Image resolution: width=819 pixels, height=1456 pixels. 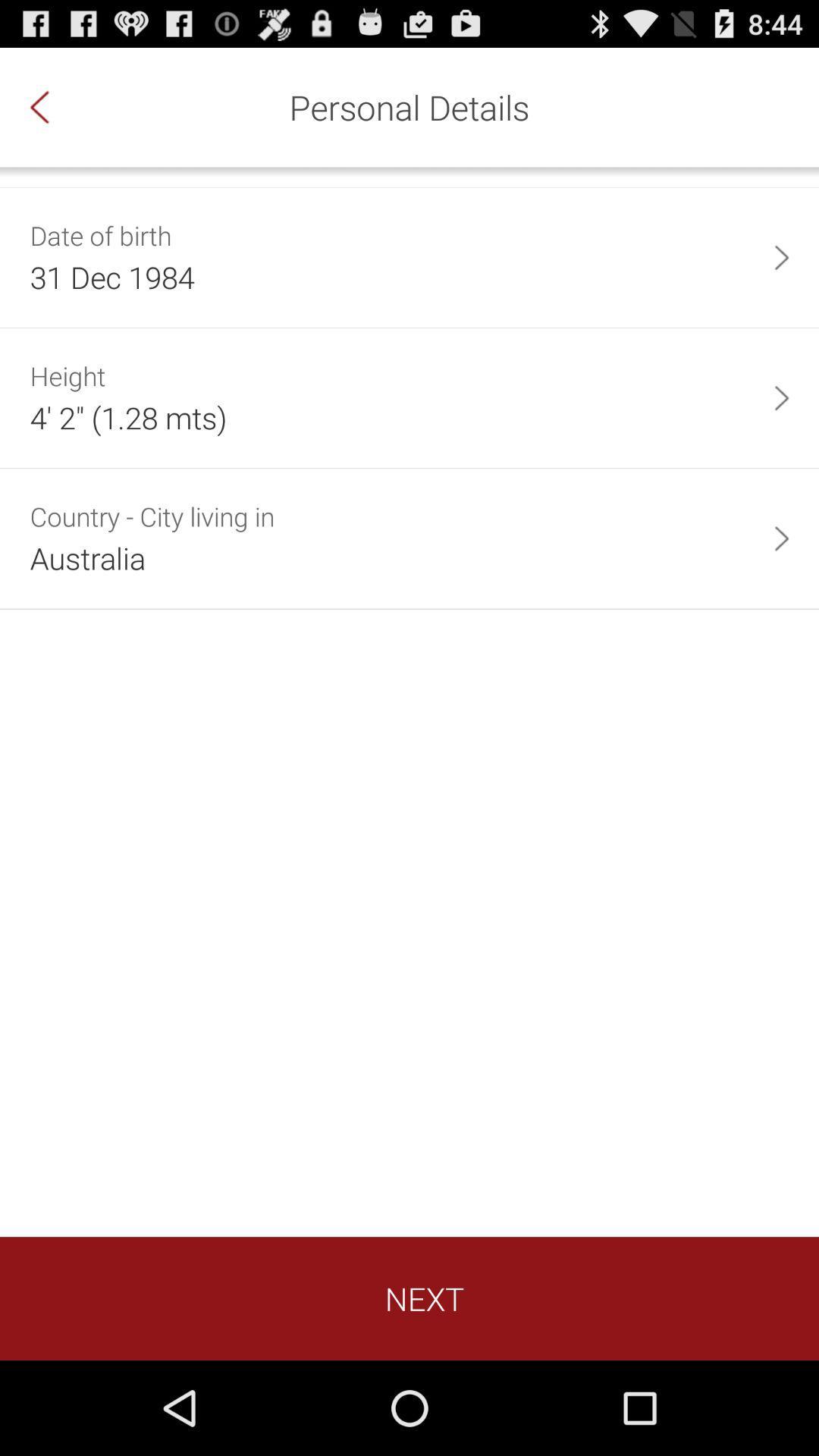 I want to click on the app to the right of 31 dec 1984 app, so click(x=781, y=257).